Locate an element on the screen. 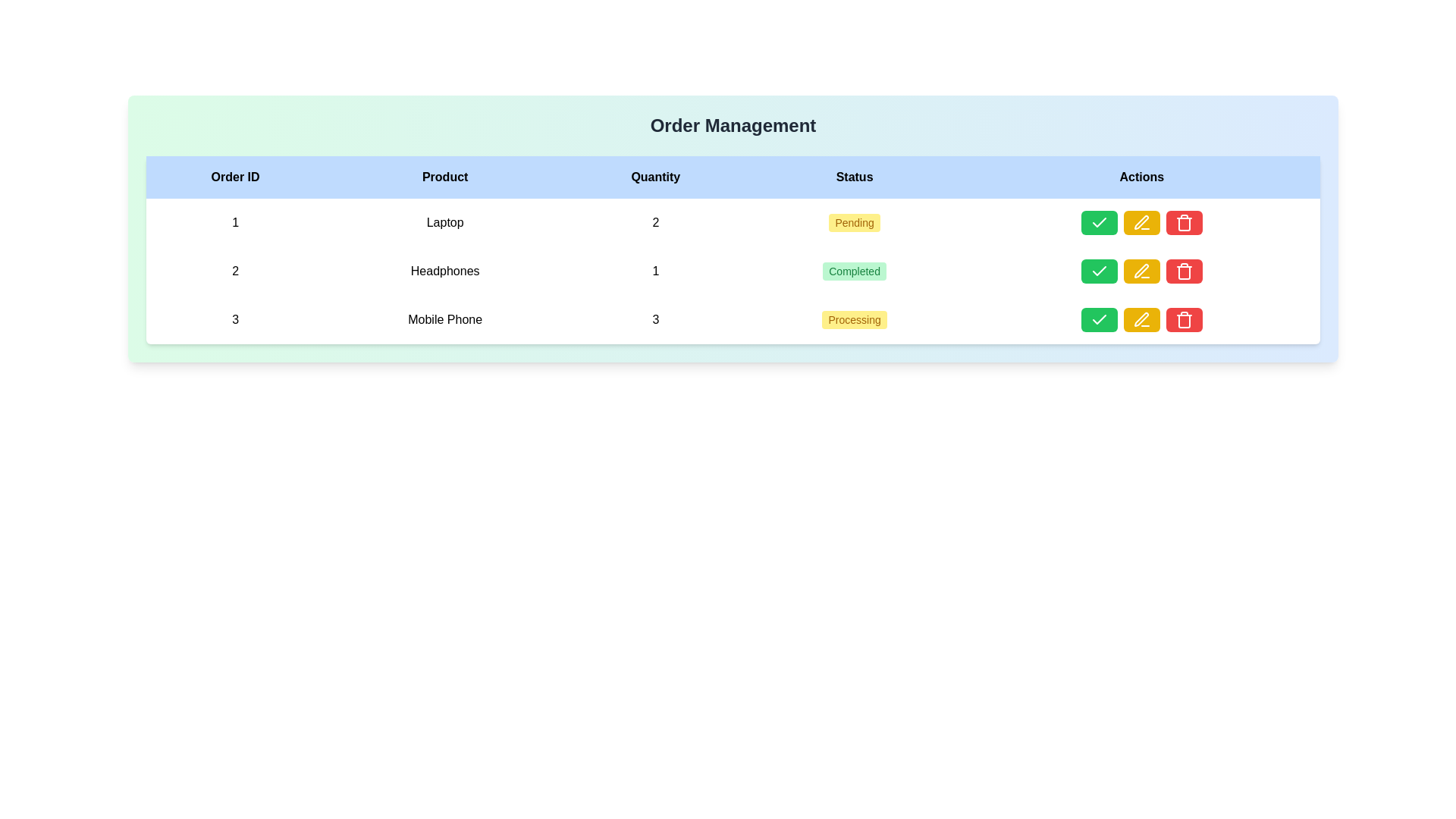 The width and height of the screenshot is (1456, 819). the 'Edit' button in the 'Actions' column for 'Order ID 1' to initiate editing is located at coordinates (1141, 222).